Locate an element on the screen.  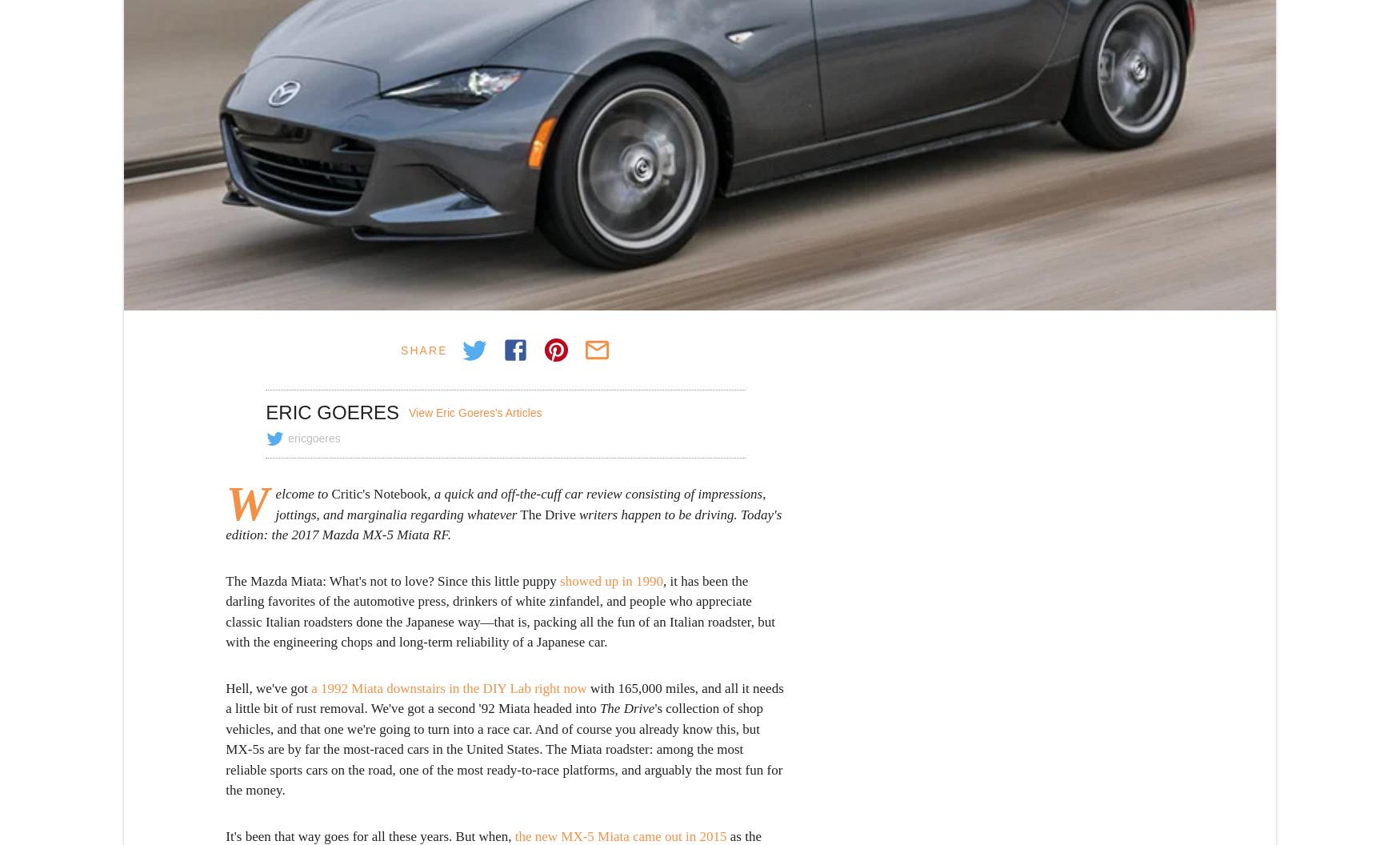
'showed up in 1990' is located at coordinates (610, 580).